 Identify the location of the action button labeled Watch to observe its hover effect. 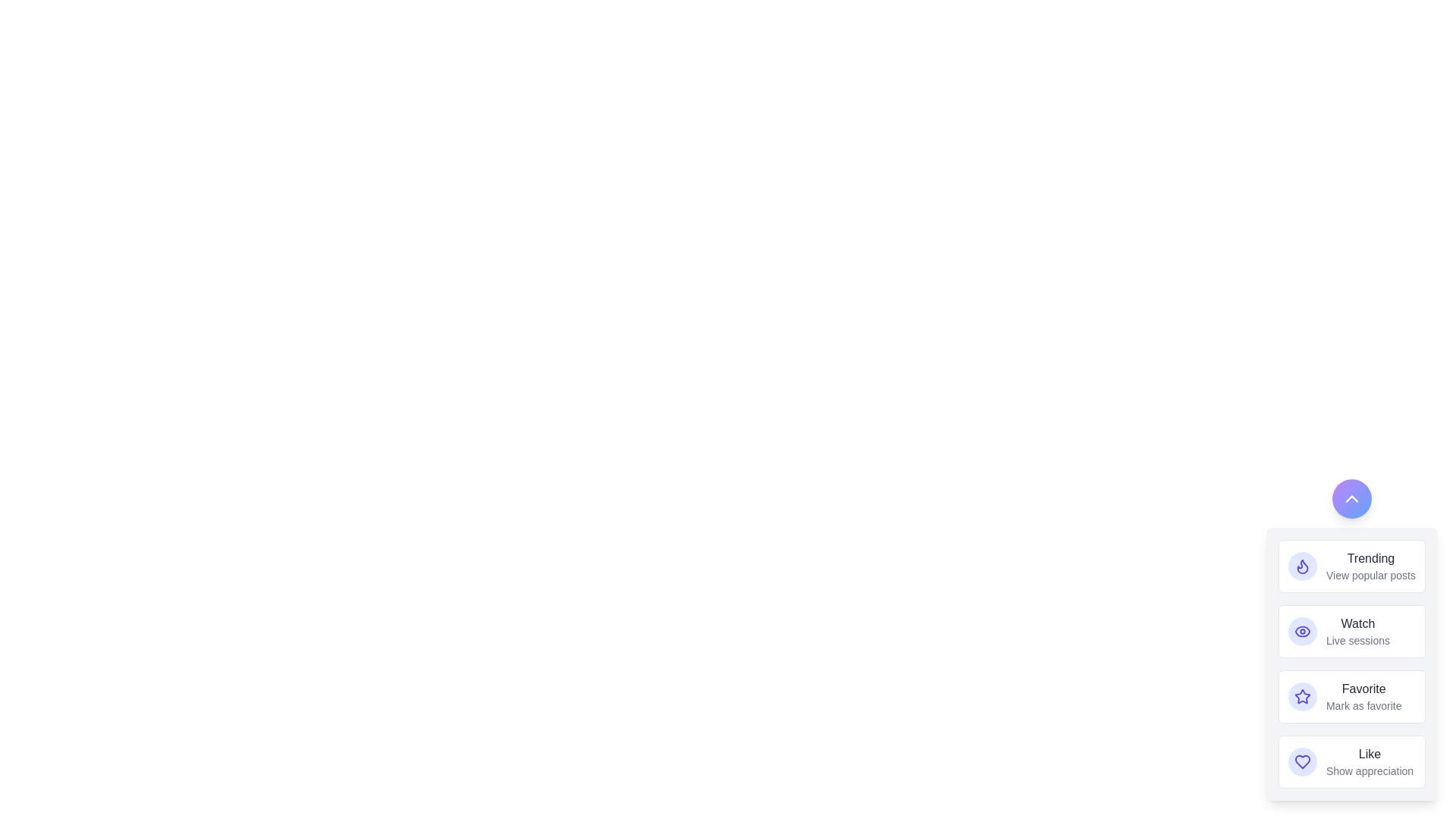
(1302, 632).